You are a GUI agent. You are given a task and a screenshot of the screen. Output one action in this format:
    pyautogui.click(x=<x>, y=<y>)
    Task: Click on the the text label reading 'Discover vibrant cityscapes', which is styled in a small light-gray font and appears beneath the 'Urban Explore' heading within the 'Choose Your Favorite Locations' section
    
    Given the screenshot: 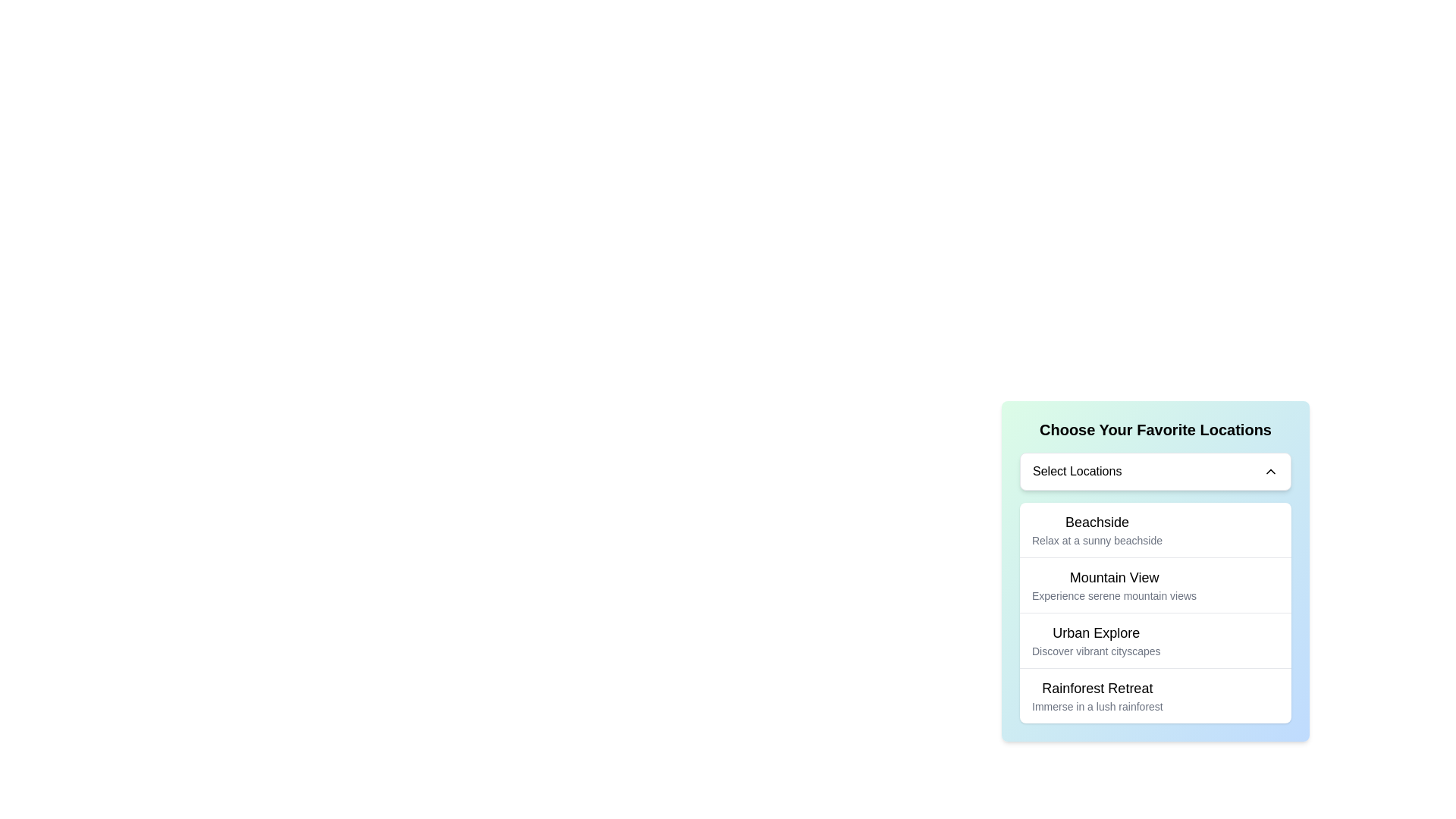 What is the action you would take?
    pyautogui.click(x=1096, y=651)
    